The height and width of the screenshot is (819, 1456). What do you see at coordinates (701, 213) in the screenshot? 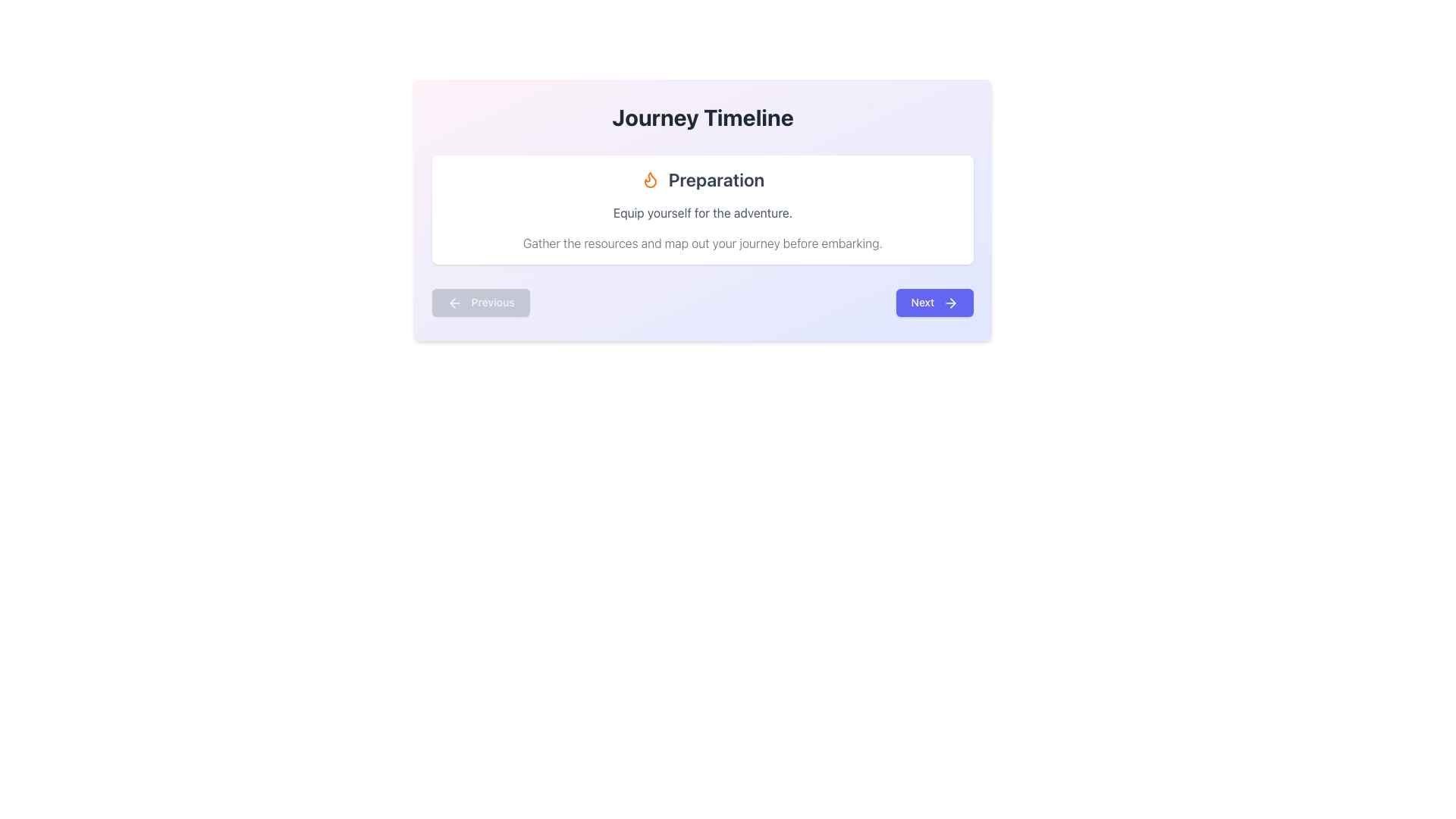
I see `the informative text element located below the heading 'Preparation' and above the text 'Gather the resources and map out your journey before embarking.'` at bounding box center [701, 213].